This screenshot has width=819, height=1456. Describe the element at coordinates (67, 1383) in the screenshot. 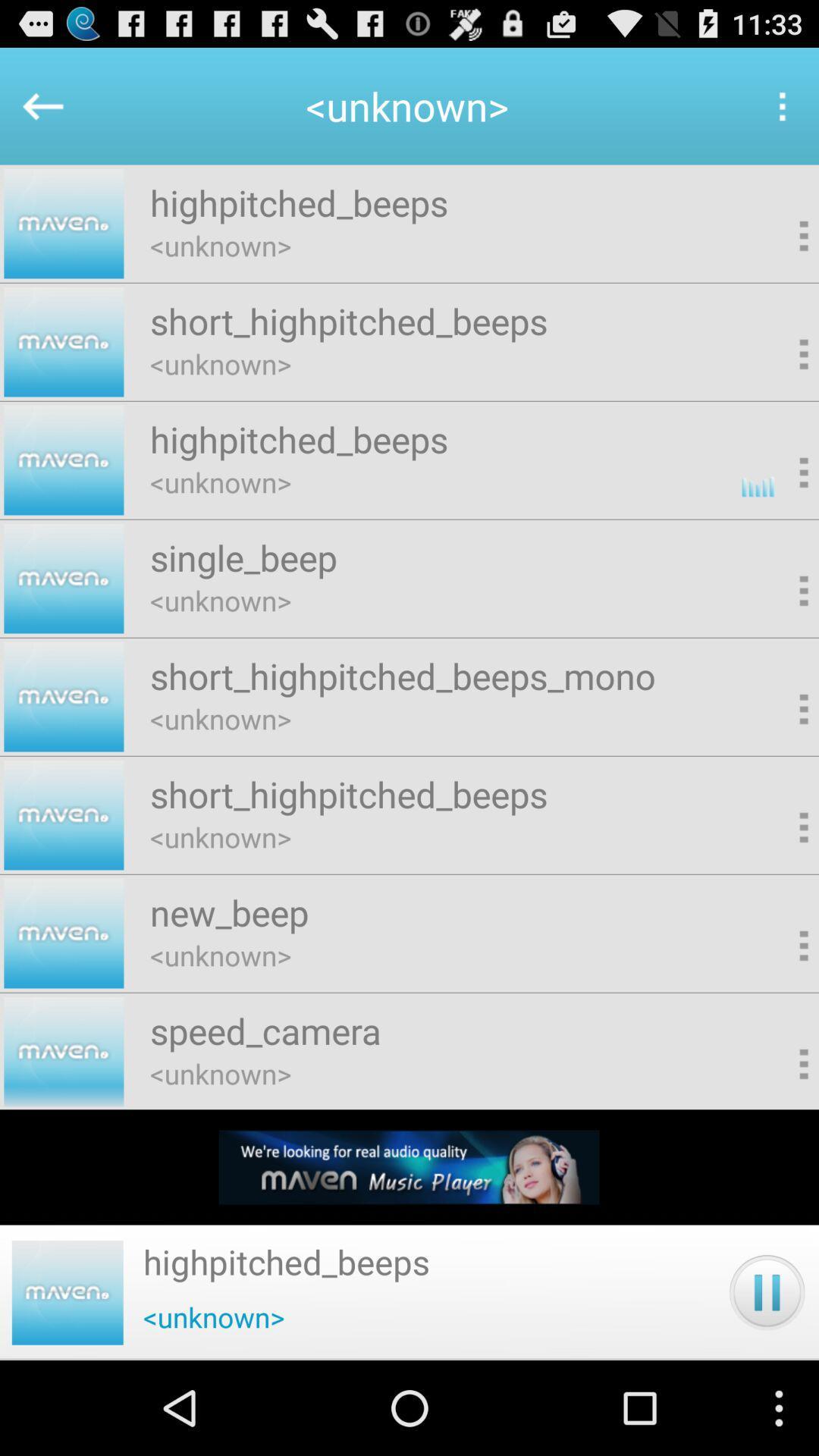

I see `the more icon` at that location.